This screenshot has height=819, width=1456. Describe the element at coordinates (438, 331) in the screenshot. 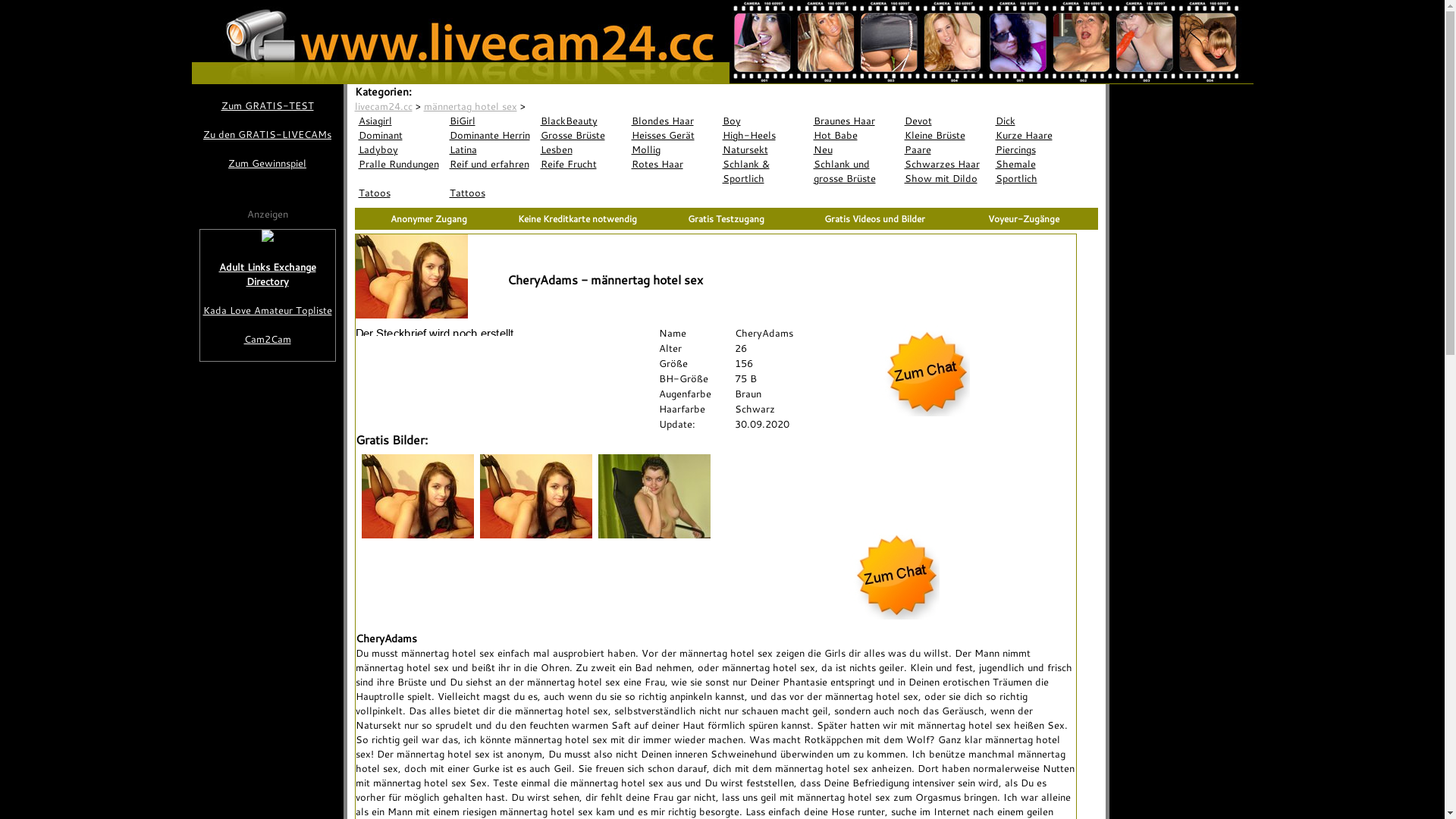

I see `'CheryAdams Profil'` at that location.